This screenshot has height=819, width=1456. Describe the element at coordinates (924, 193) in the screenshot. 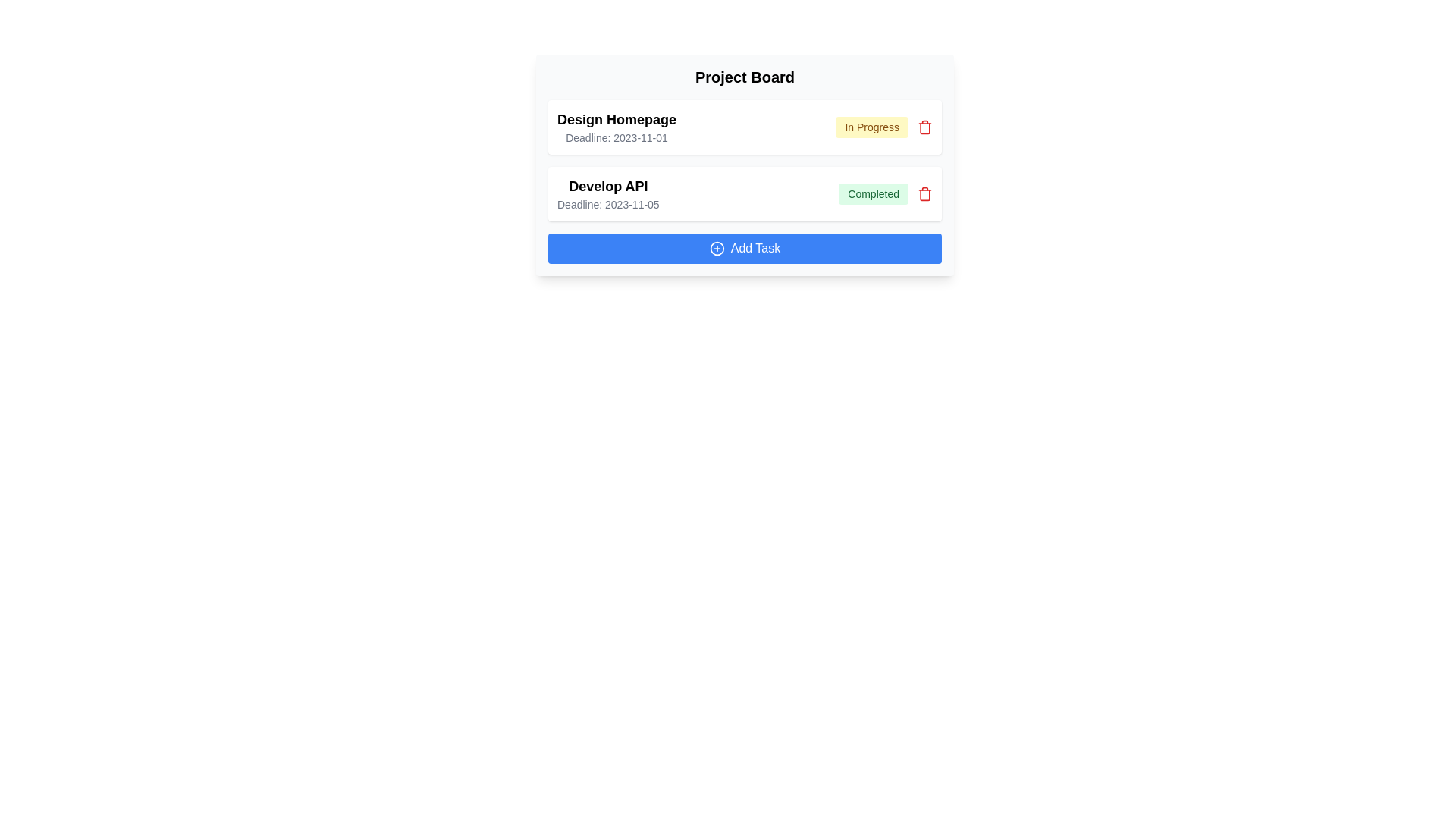

I see `the delete button for the task with the name Develop API` at that location.